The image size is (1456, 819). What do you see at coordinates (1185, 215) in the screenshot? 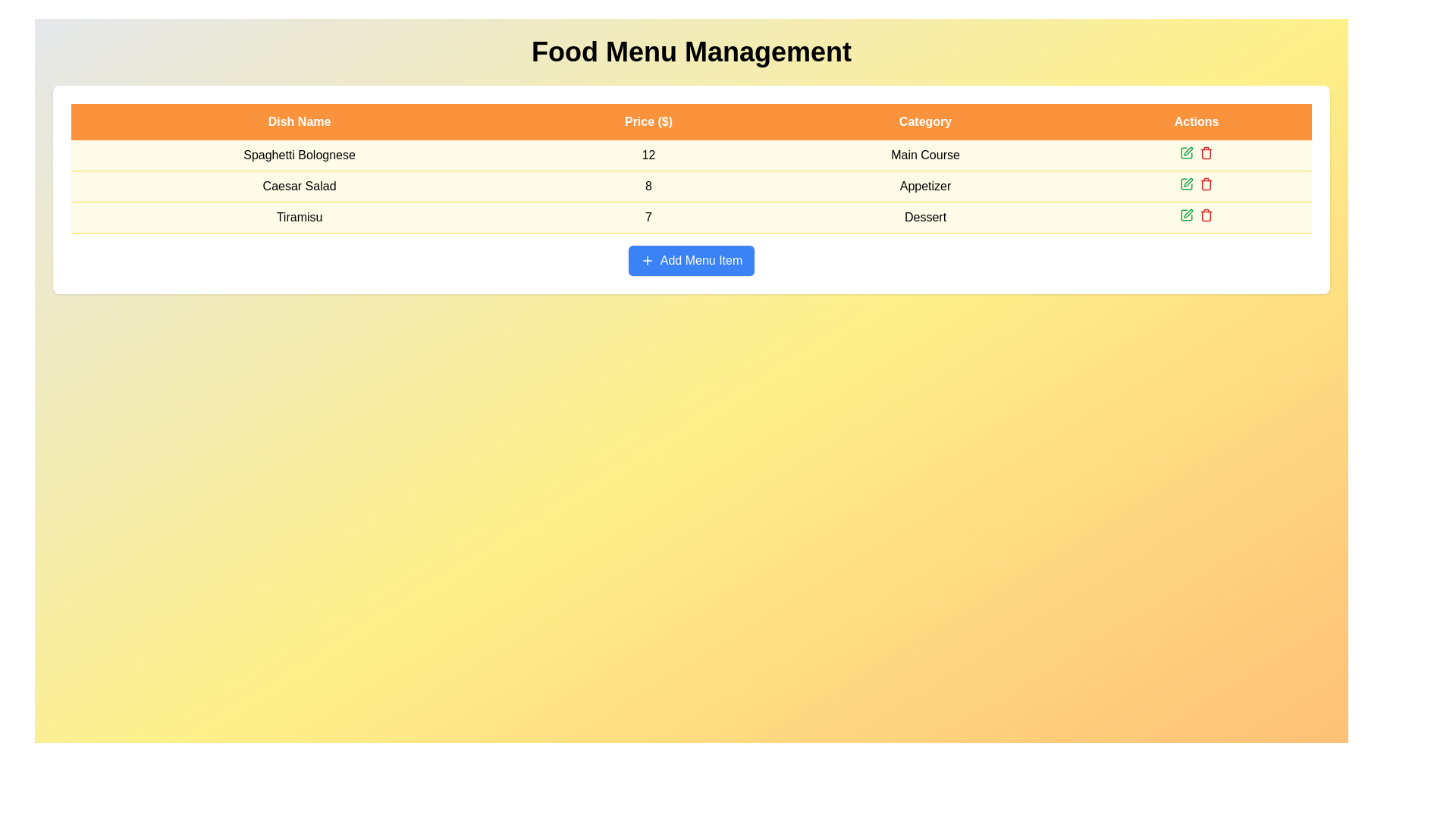
I see `the icon button resembling a square with a pen overlay in the 'Actions' column for the 'Tiramisu' menu item` at bounding box center [1185, 215].